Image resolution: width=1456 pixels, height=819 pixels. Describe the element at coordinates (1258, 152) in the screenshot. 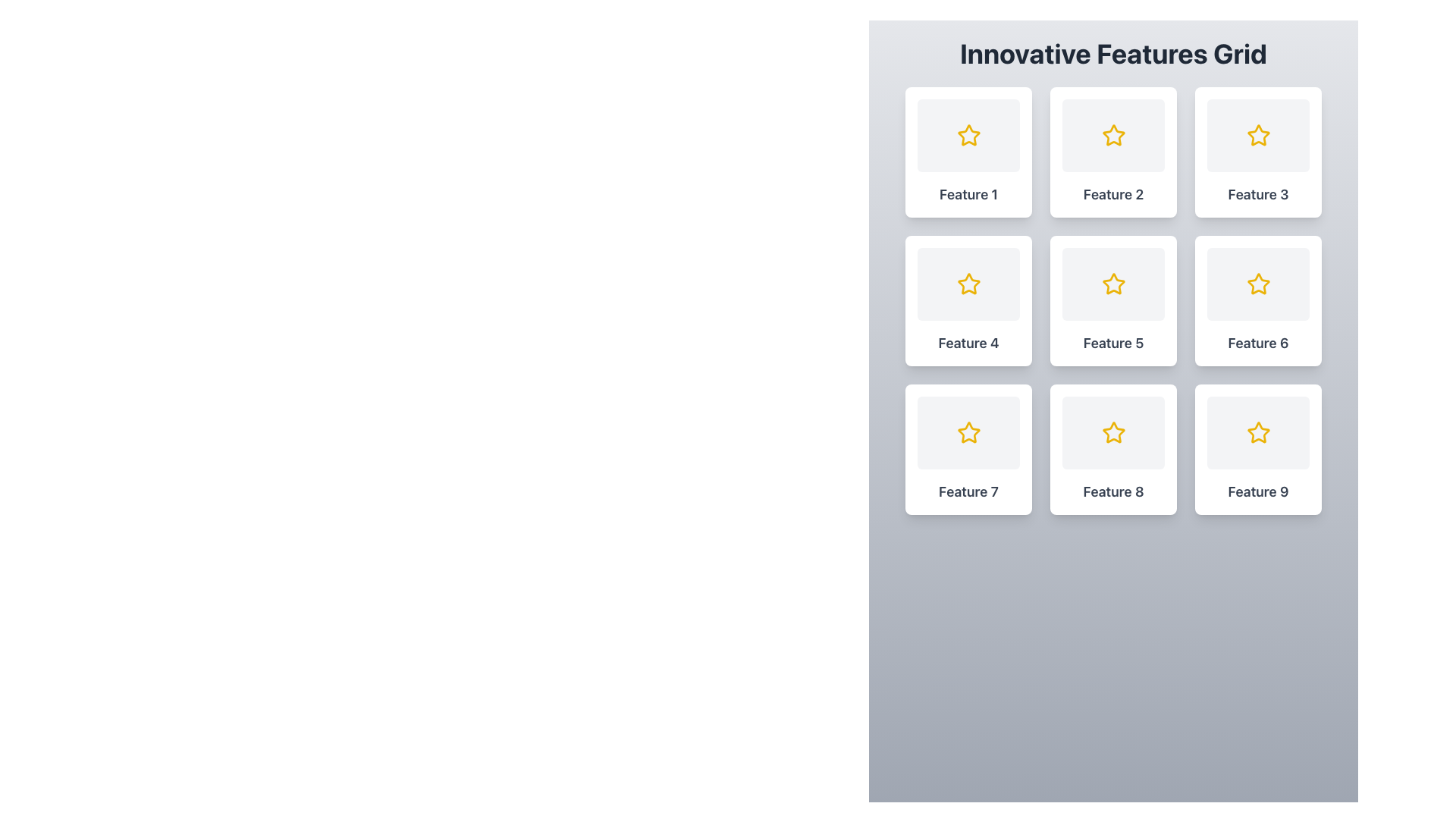

I see `the third feature card located in the top-right corner of a 3x3 grid layout` at that location.